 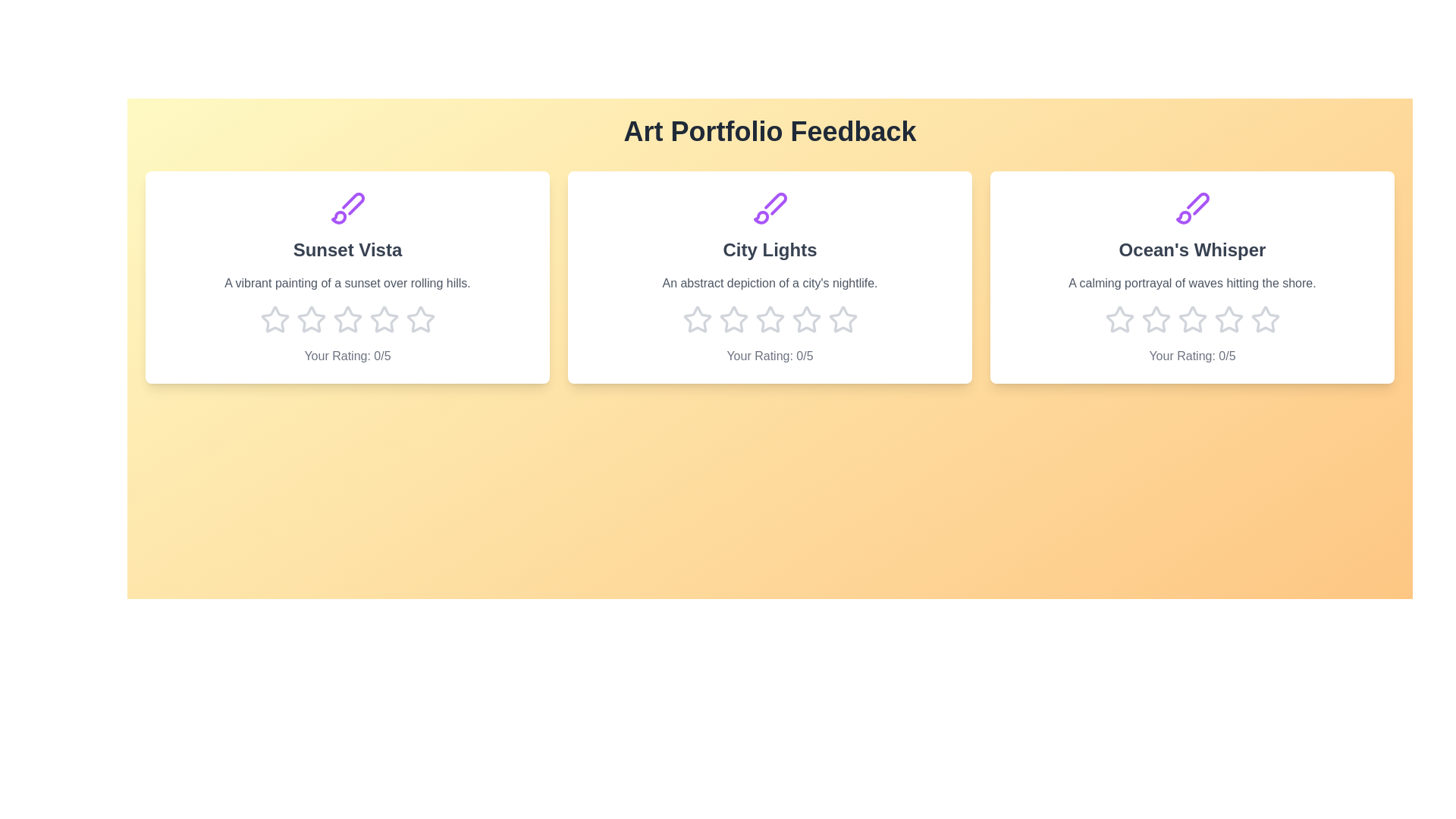 I want to click on the artwork card for 'Sunset Vista' to observe hover effects, so click(x=347, y=278).